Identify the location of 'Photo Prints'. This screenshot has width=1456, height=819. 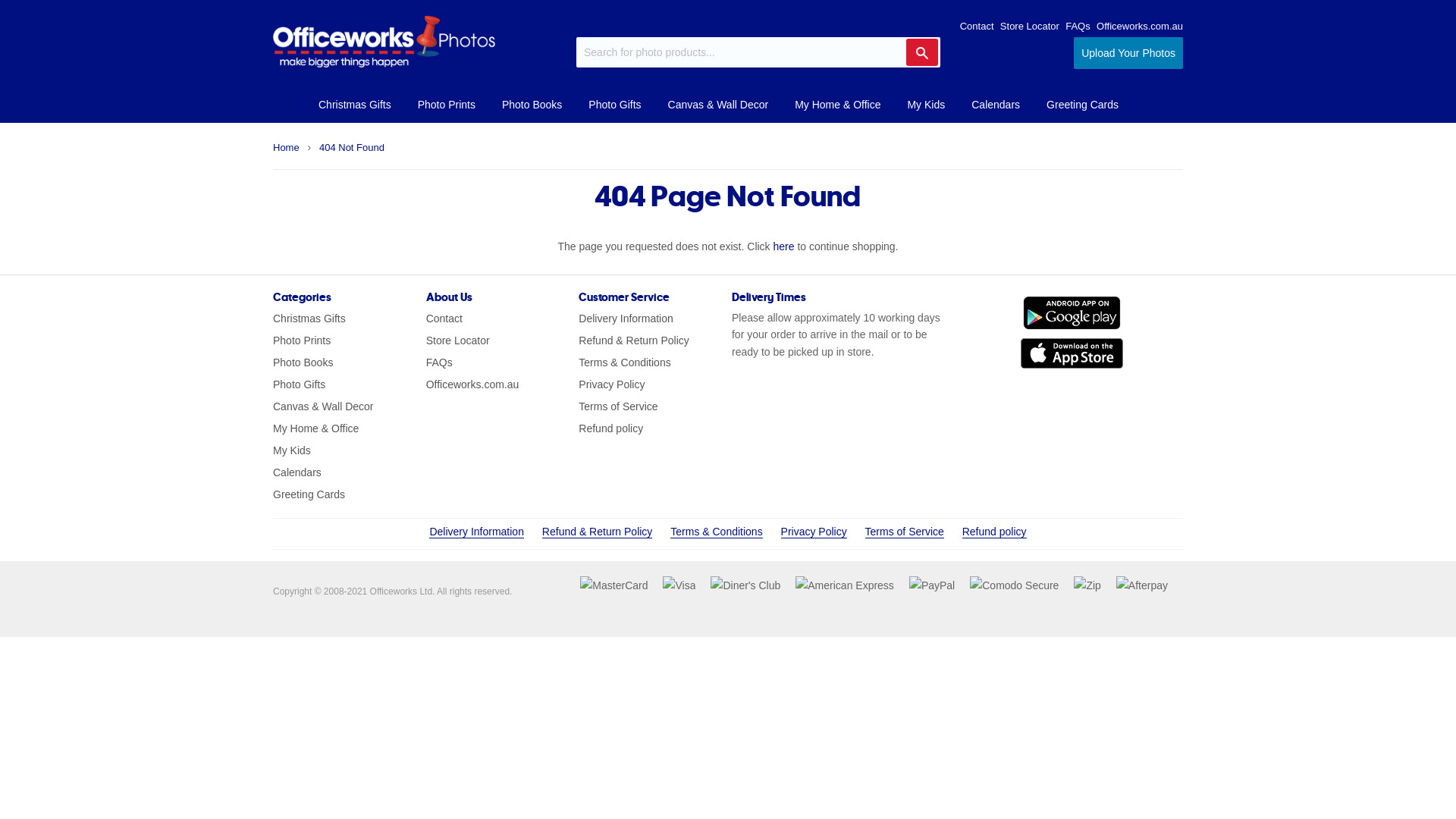
(446, 104).